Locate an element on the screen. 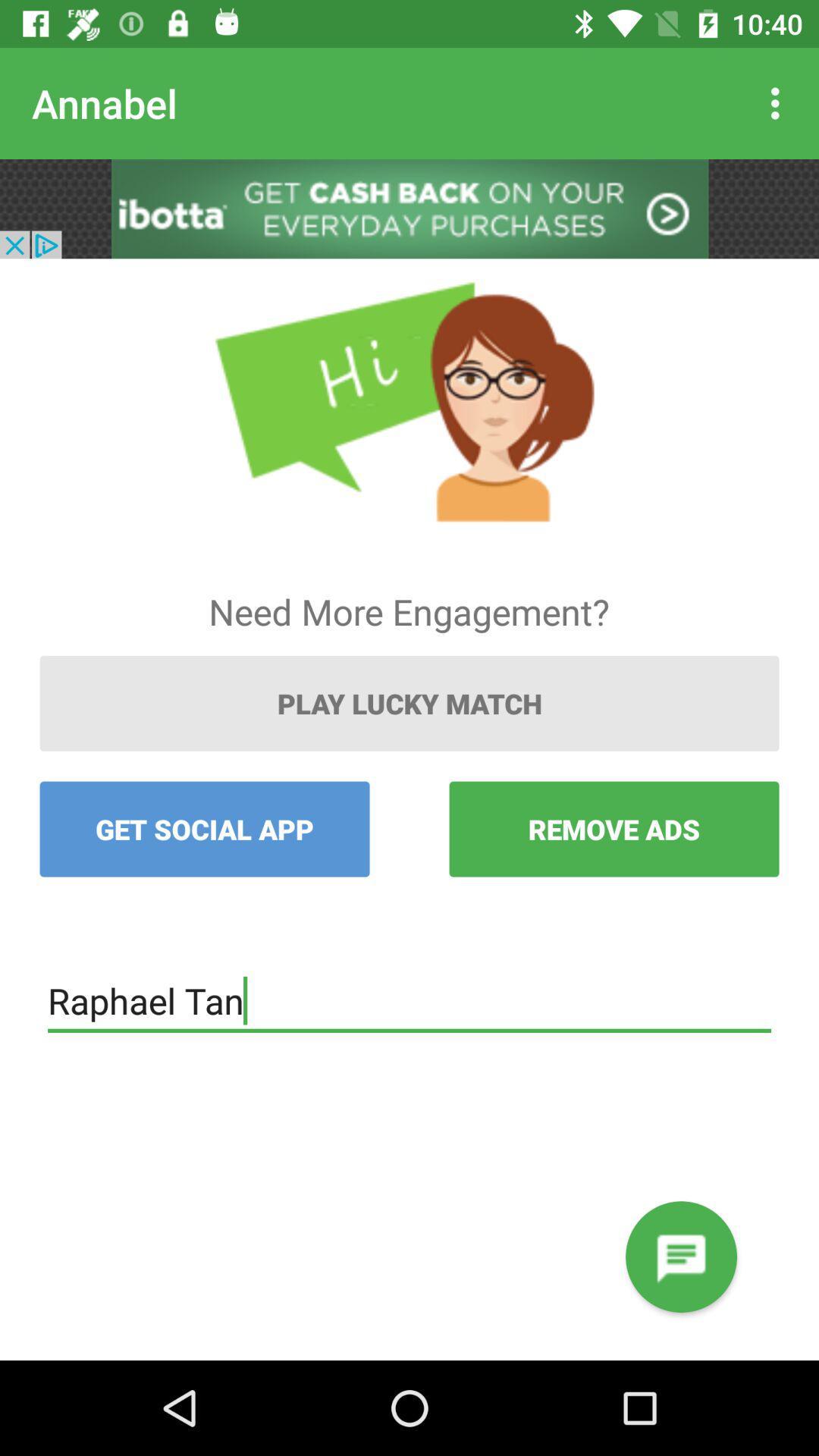  advertisement is located at coordinates (409, 208).